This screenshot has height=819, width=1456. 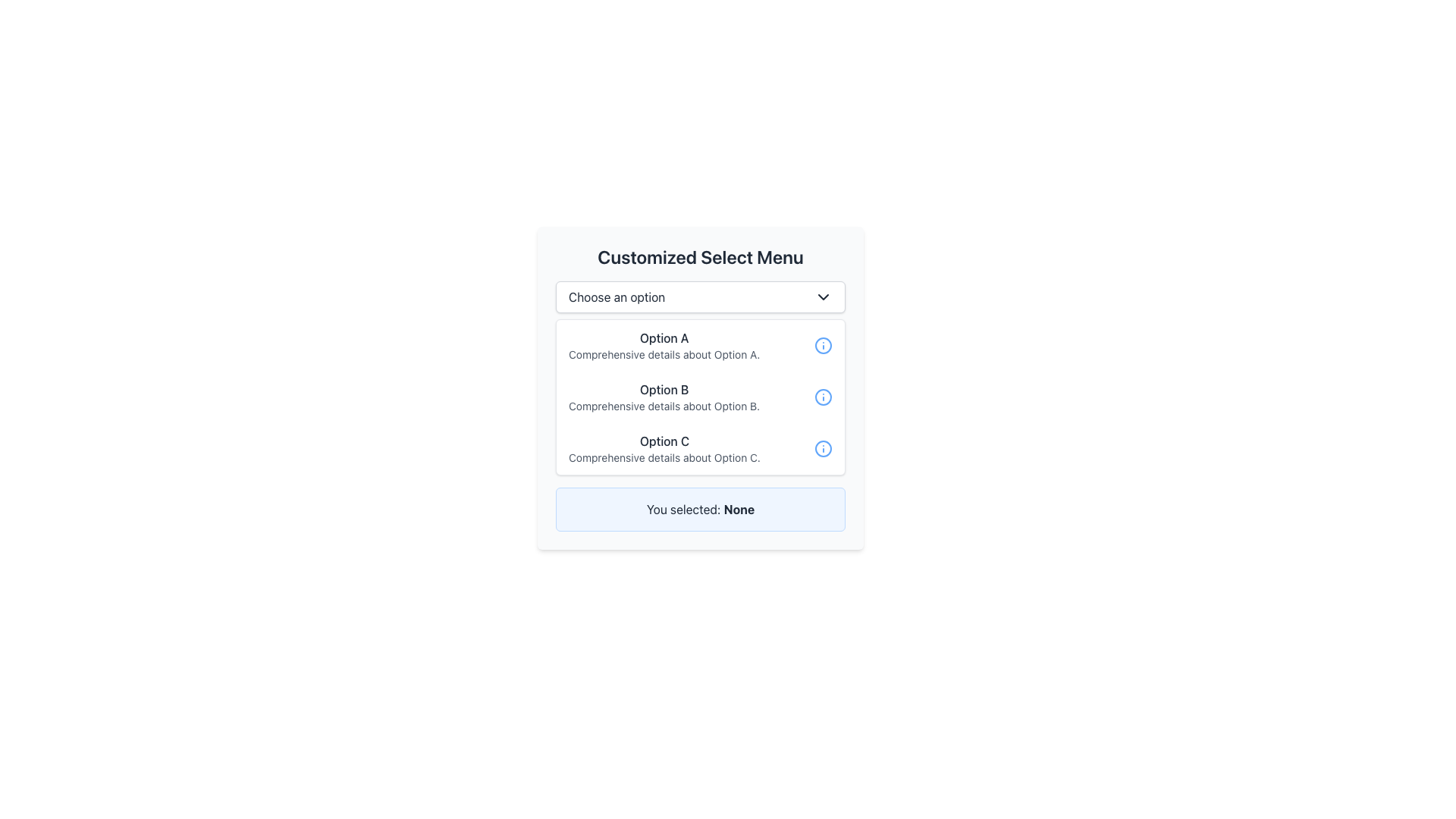 I want to click on the second option in the dropdown menu titled 'Choose an option', so click(x=700, y=397).